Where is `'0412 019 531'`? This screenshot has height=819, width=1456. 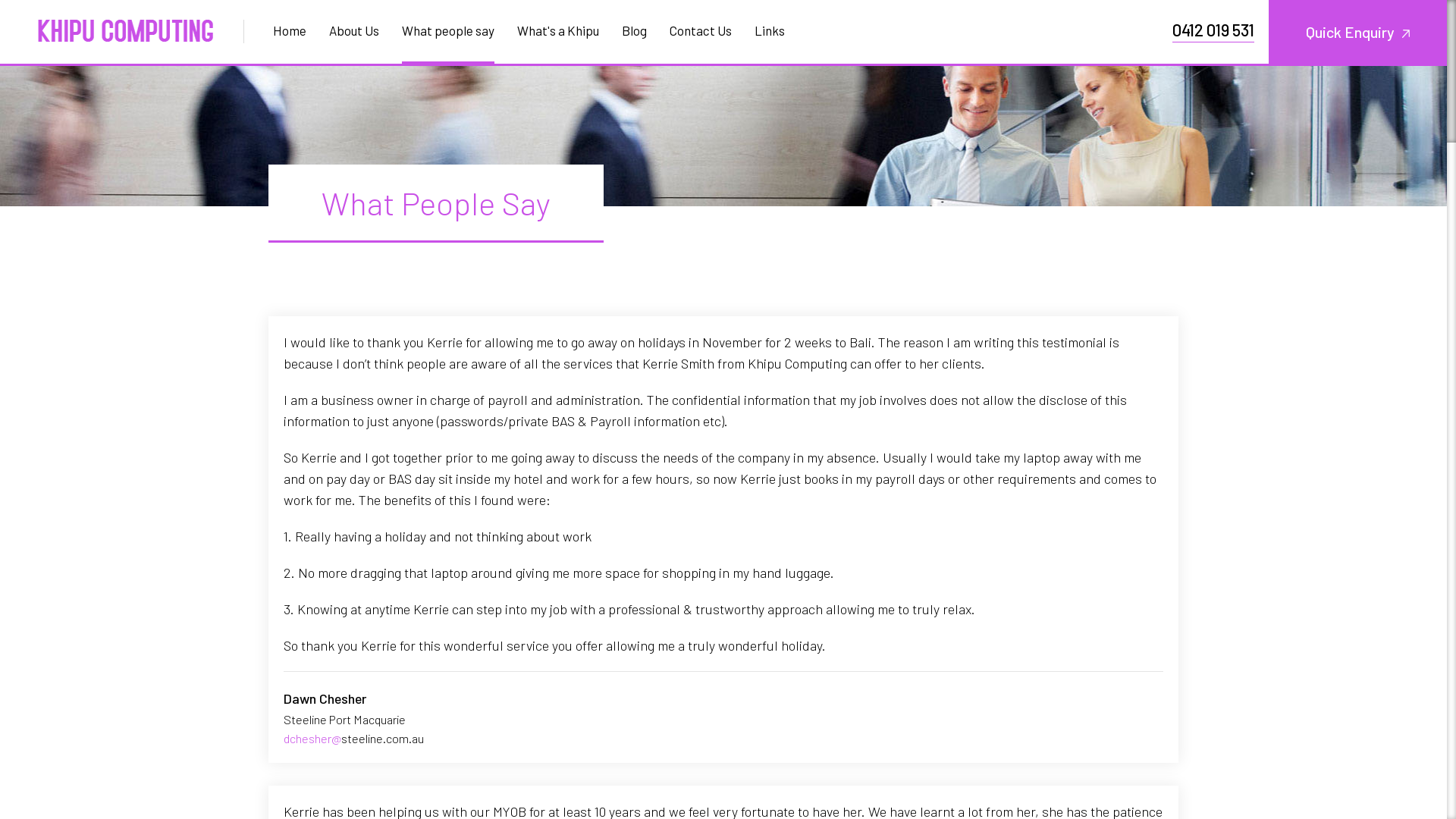
'0412 019 531' is located at coordinates (1212, 29).